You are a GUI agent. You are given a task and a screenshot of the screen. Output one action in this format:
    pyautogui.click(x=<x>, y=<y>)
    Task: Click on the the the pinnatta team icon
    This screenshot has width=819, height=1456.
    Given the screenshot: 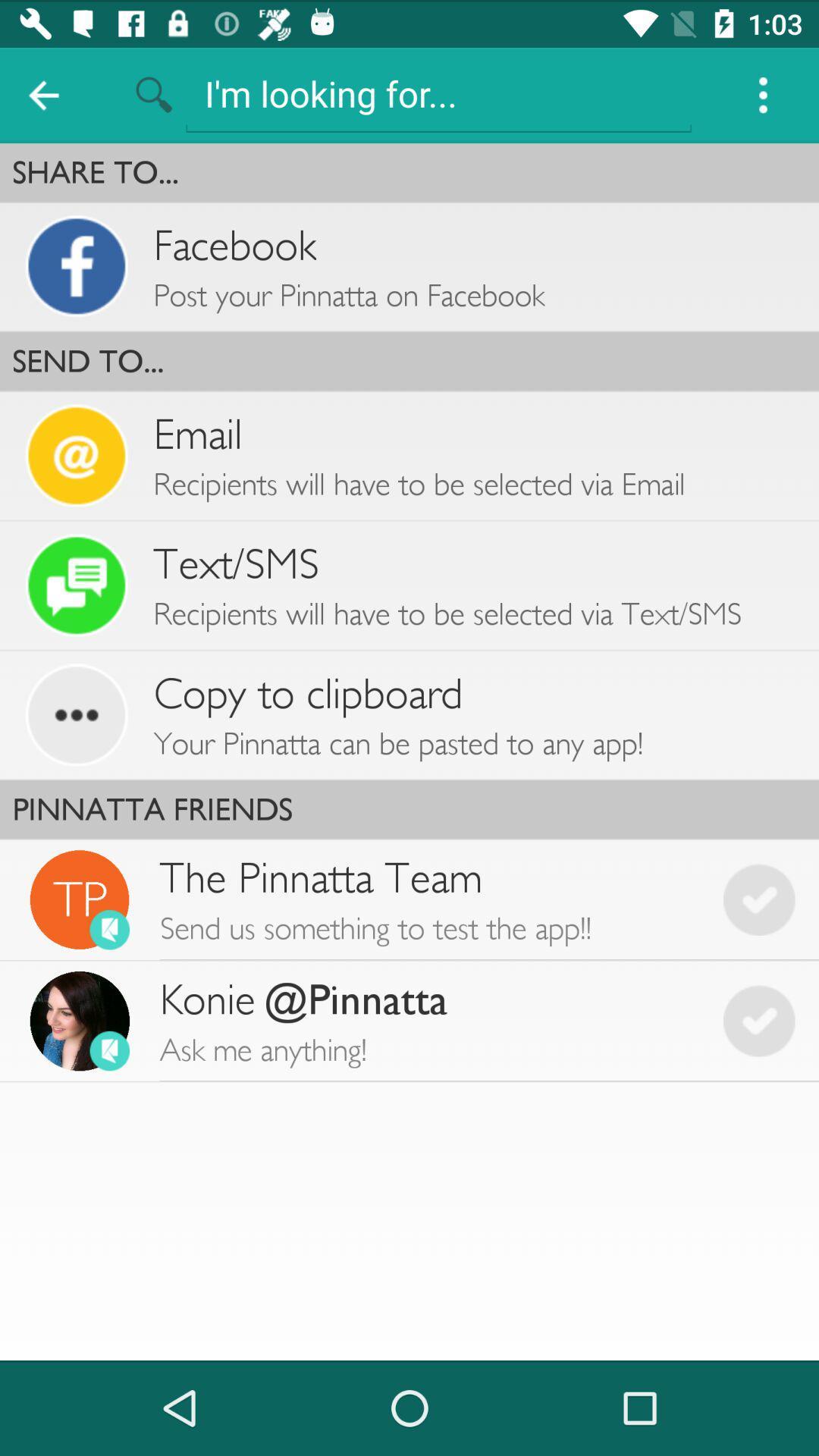 What is the action you would take?
    pyautogui.click(x=429, y=899)
    